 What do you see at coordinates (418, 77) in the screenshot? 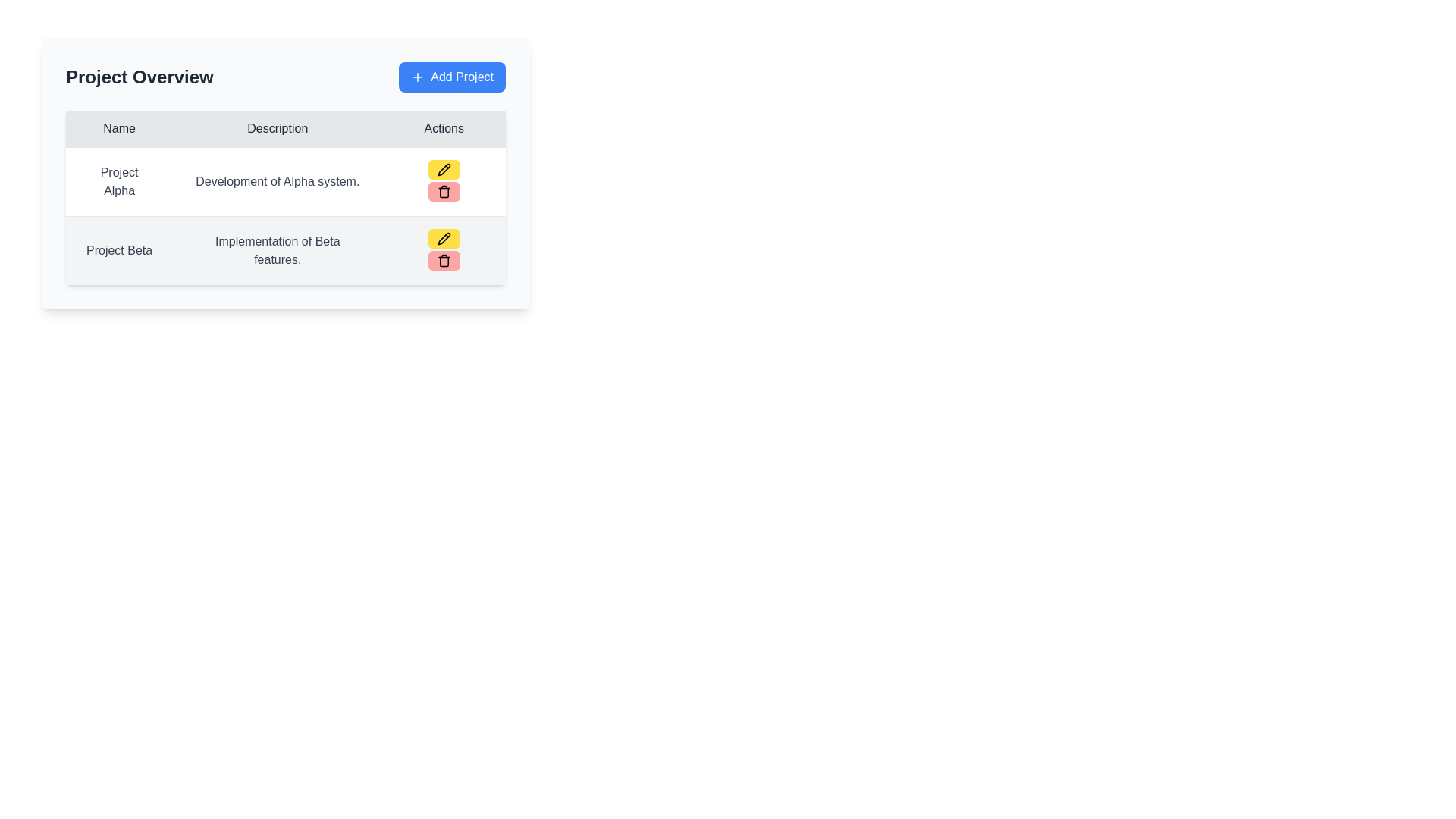
I see `the addition icon located within the blue 'Add Project' button at the top-right corner of the 'Project Overview' panel` at bounding box center [418, 77].